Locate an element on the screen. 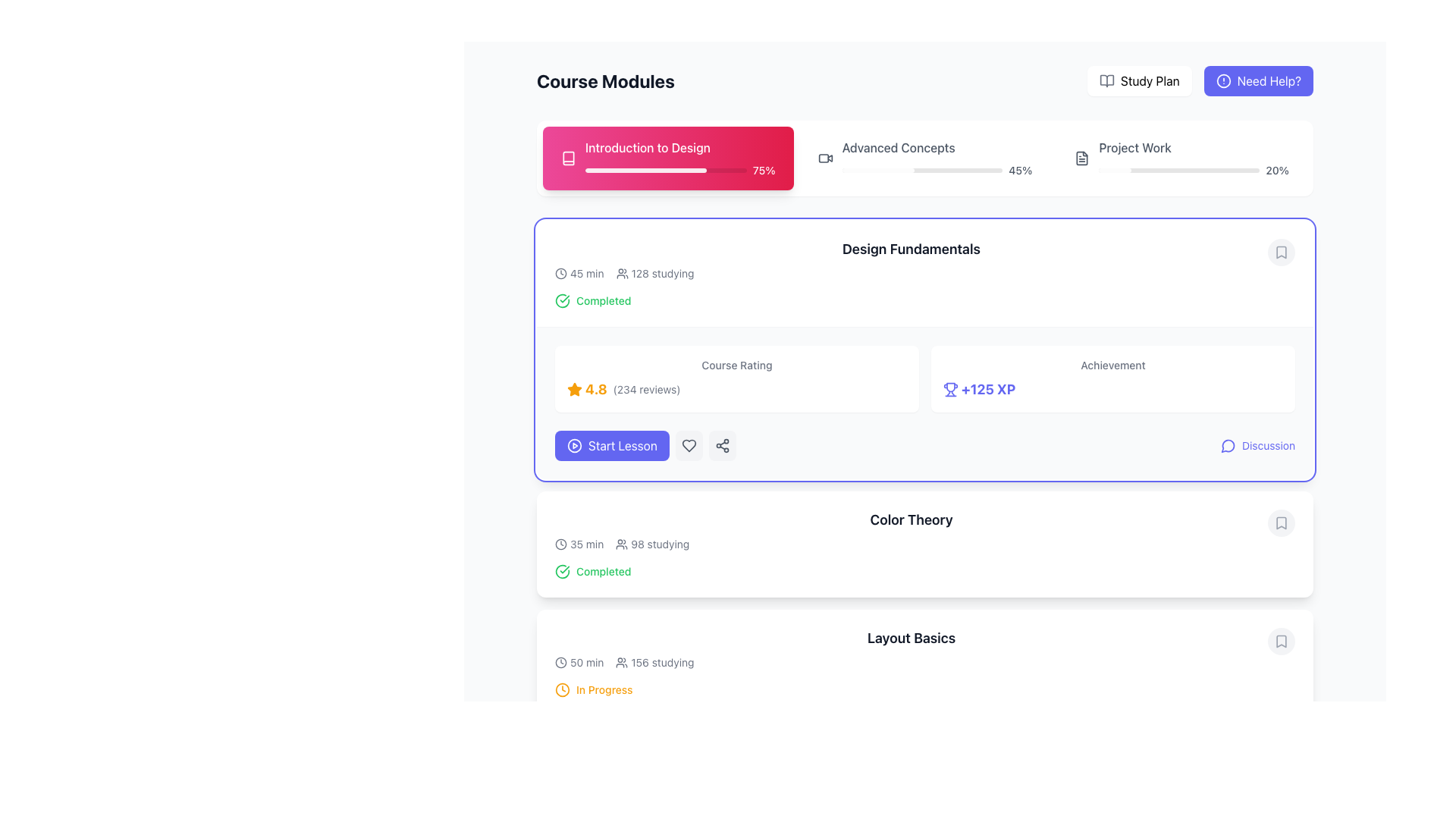 The image size is (1456, 819). the circular icon with a checkmark in its center, styled with a green stroke, indicating a successful action, located to the left of the text 'Completed' is located at coordinates (562, 301).